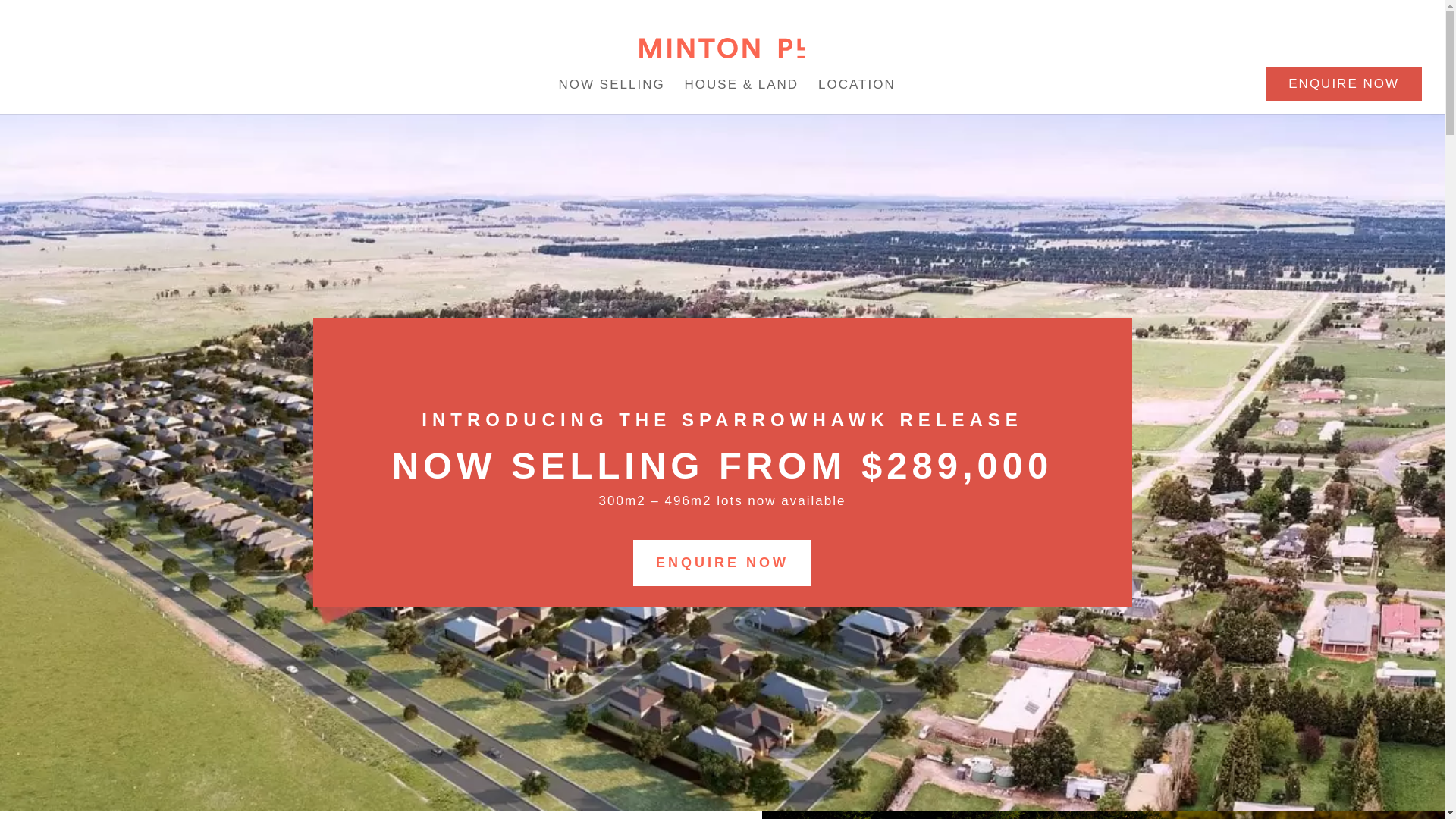  I want to click on 'ENQUIRE NOW', so click(721, 563).